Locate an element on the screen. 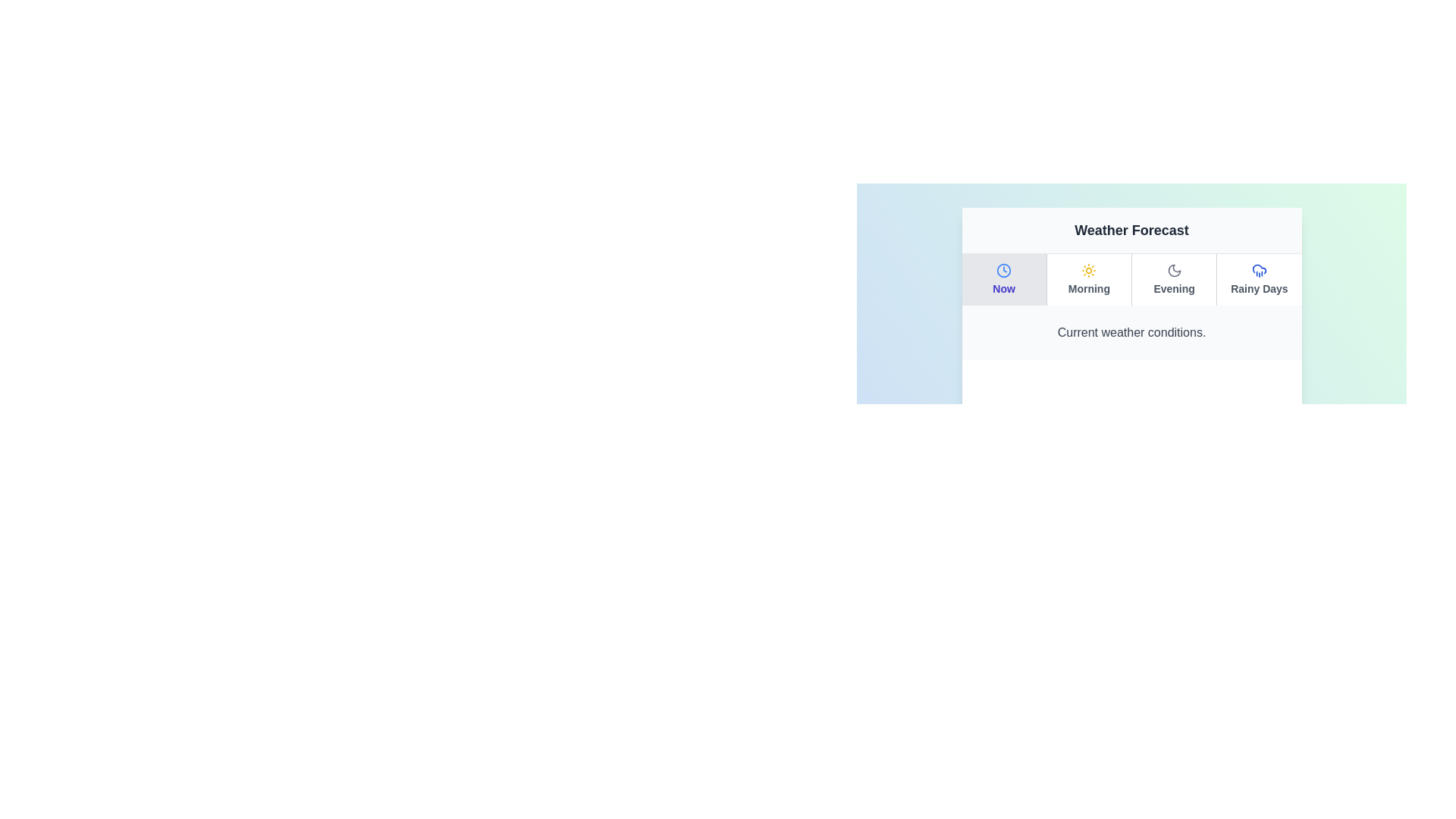 This screenshot has height=819, width=1456. the 'Rainy Days' icon in the weather forecast navigation bar is located at coordinates (1259, 280).